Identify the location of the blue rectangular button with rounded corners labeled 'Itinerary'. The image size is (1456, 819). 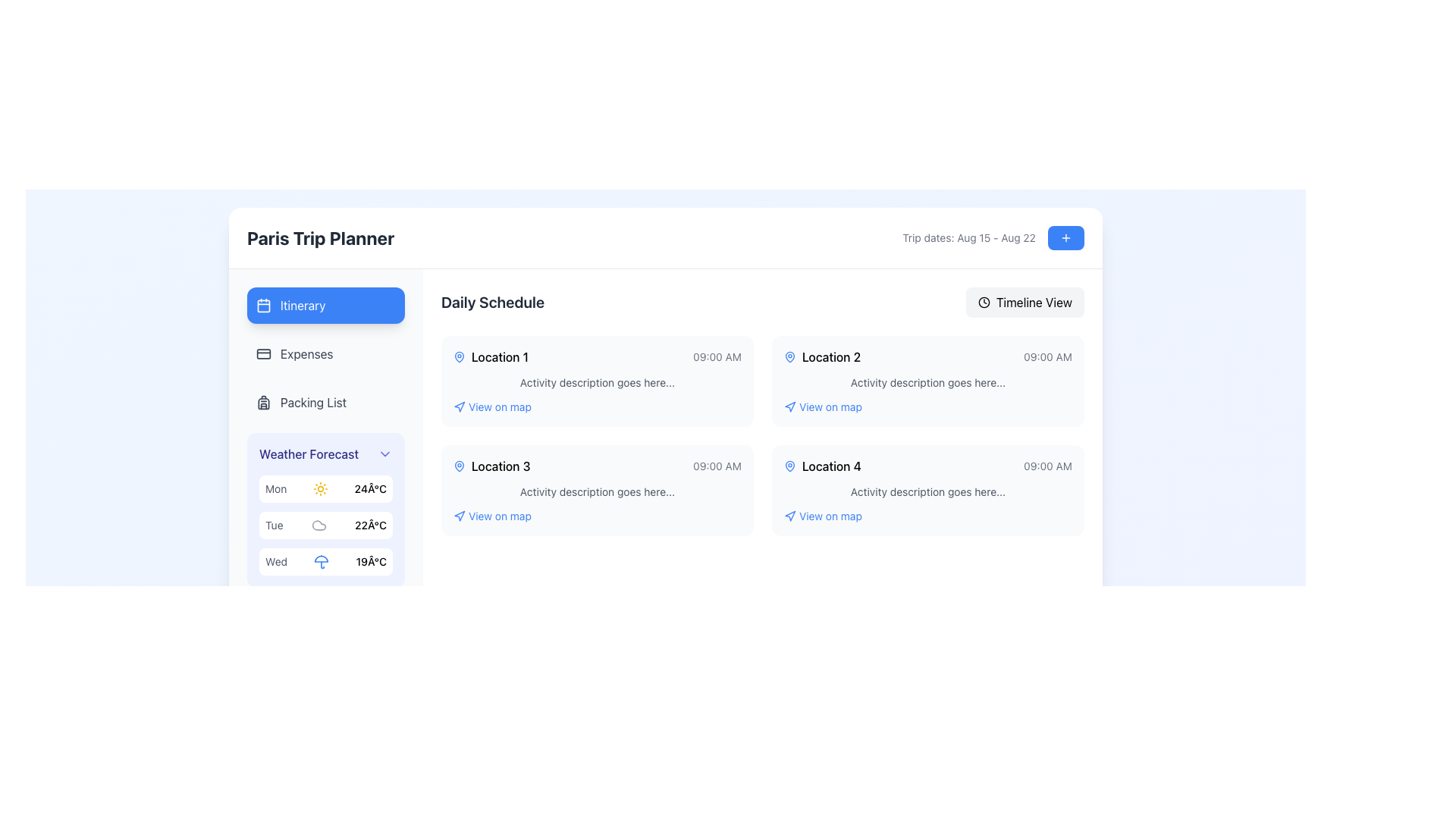
(325, 305).